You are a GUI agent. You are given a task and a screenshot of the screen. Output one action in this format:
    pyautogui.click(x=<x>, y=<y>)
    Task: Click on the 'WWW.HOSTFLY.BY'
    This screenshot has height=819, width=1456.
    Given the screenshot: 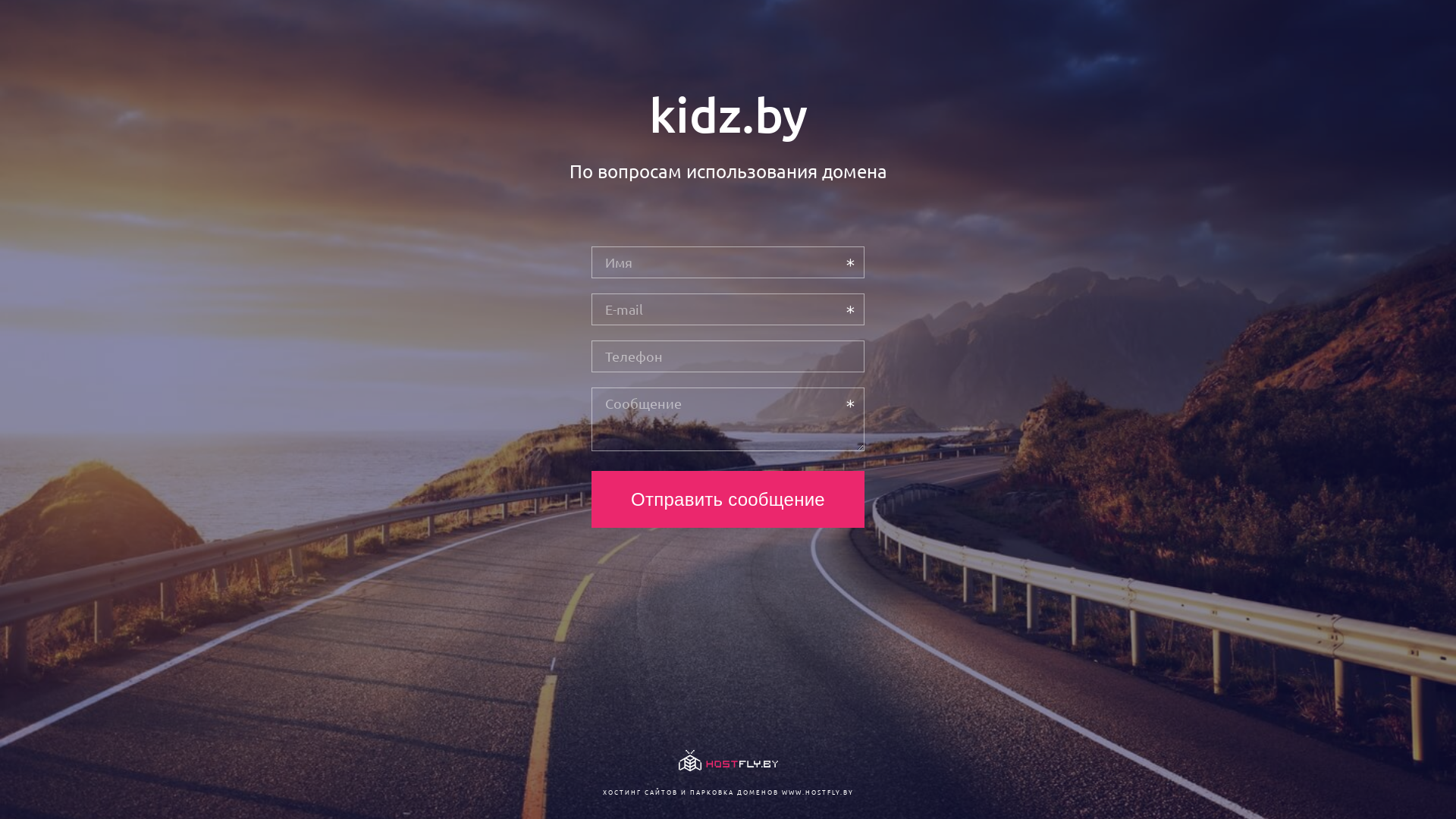 What is the action you would take?
    pyautogui.click(x=816, y=791)
    